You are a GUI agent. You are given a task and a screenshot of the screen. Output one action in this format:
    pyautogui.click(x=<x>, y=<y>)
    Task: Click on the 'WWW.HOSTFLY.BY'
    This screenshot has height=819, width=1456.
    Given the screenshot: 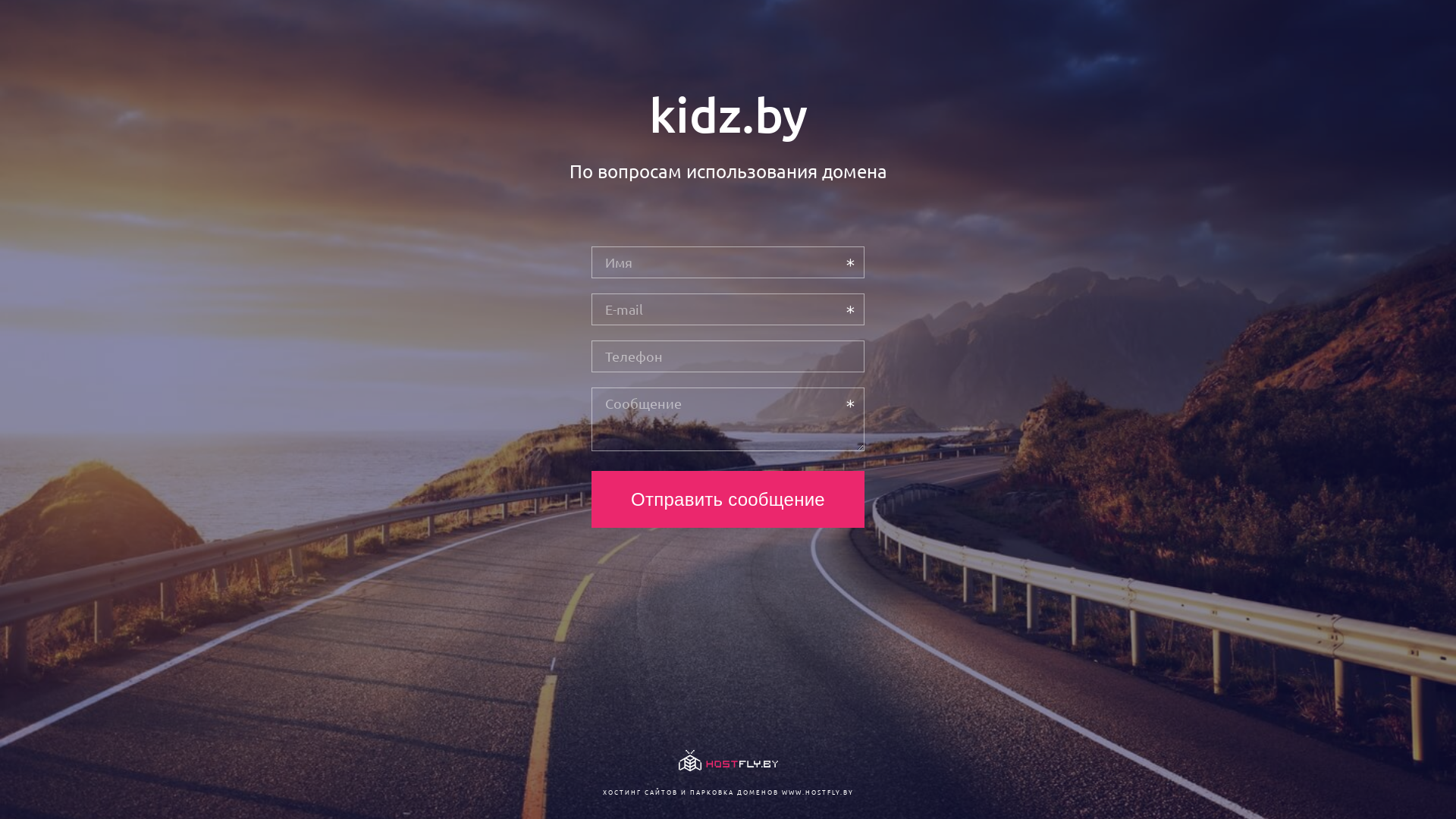 What is the action you would take?
    pyautogui.click(x=816, y=791)
    